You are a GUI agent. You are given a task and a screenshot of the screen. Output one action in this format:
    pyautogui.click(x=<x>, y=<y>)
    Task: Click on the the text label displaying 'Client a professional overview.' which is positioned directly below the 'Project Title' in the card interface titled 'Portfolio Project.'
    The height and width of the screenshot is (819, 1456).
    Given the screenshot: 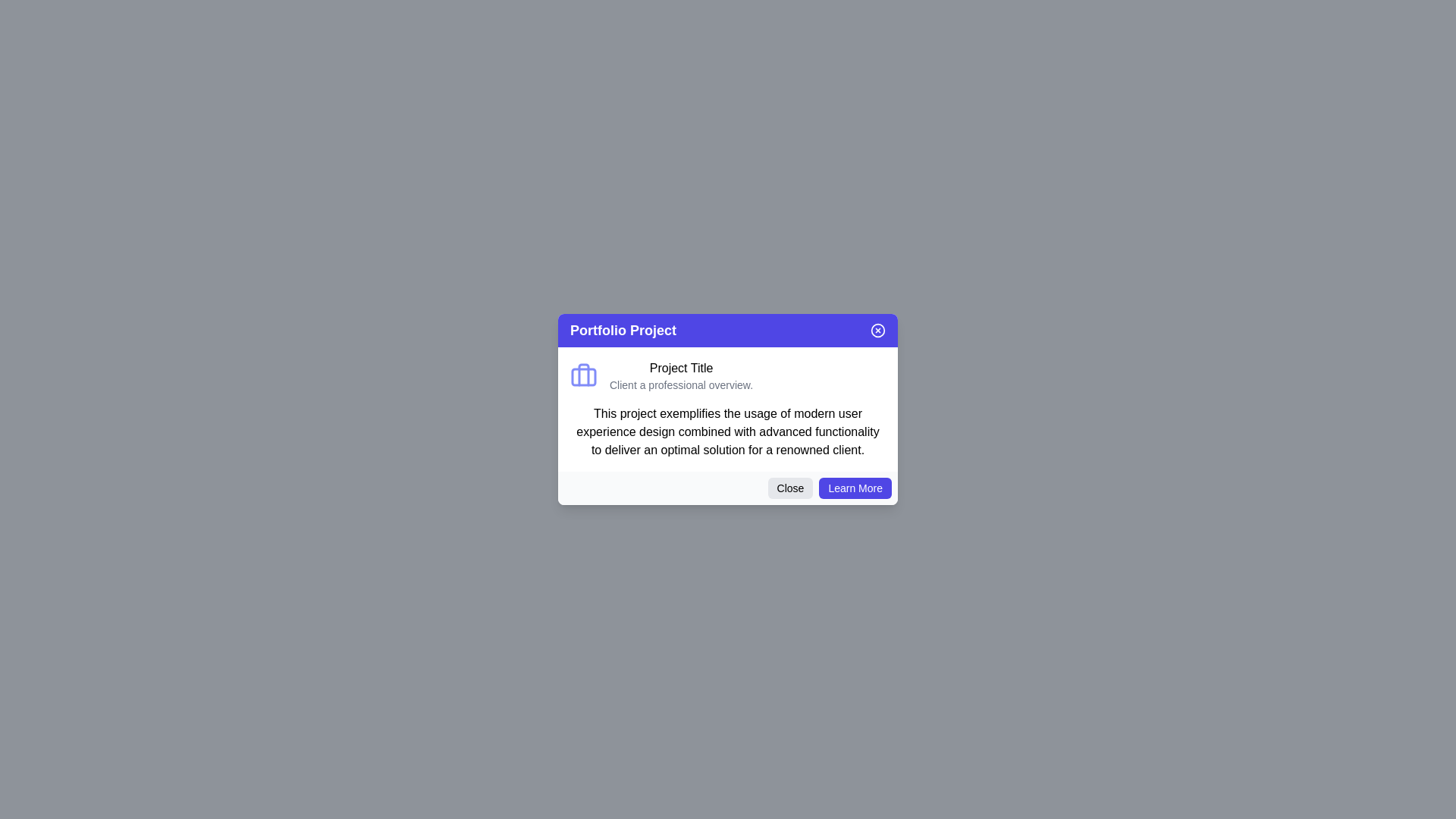 What is the action you would take?
    pyautogui.click(x=680, y=384)
    